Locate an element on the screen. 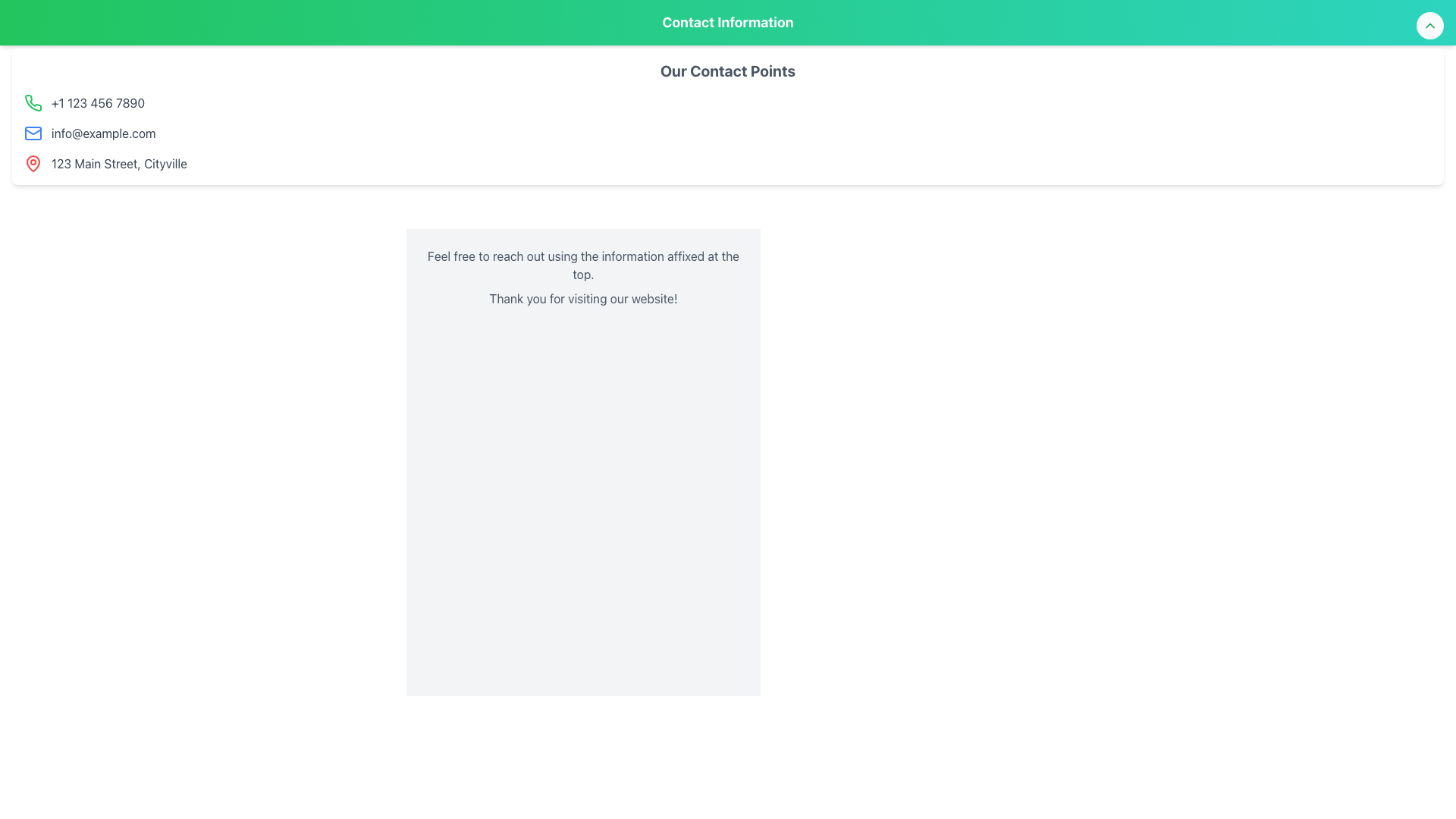 Image resolution: width=1456 pixels, height=819 pixels. the blue rectangular decorative graphic element that represents an envelope, located at the center of the email icon in the contact options row is located at coordinates (33, 133).